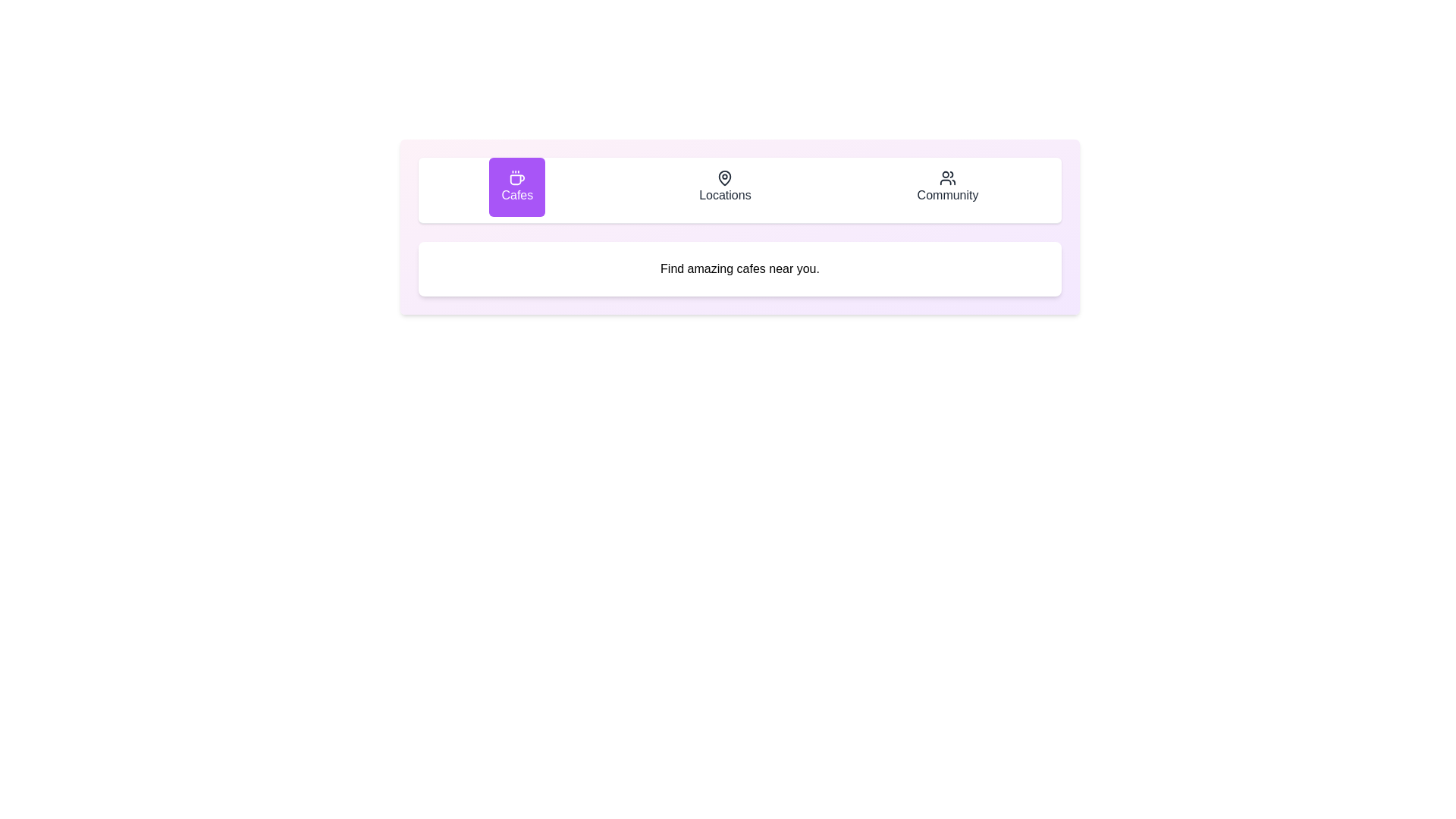  Describe the element at coordinates (739, 189) in the screenshot. I see `the navigation button for 'Locations', which is the second button in the horizontal navigation bar between 'Cafes' and 'Community'` at that location.